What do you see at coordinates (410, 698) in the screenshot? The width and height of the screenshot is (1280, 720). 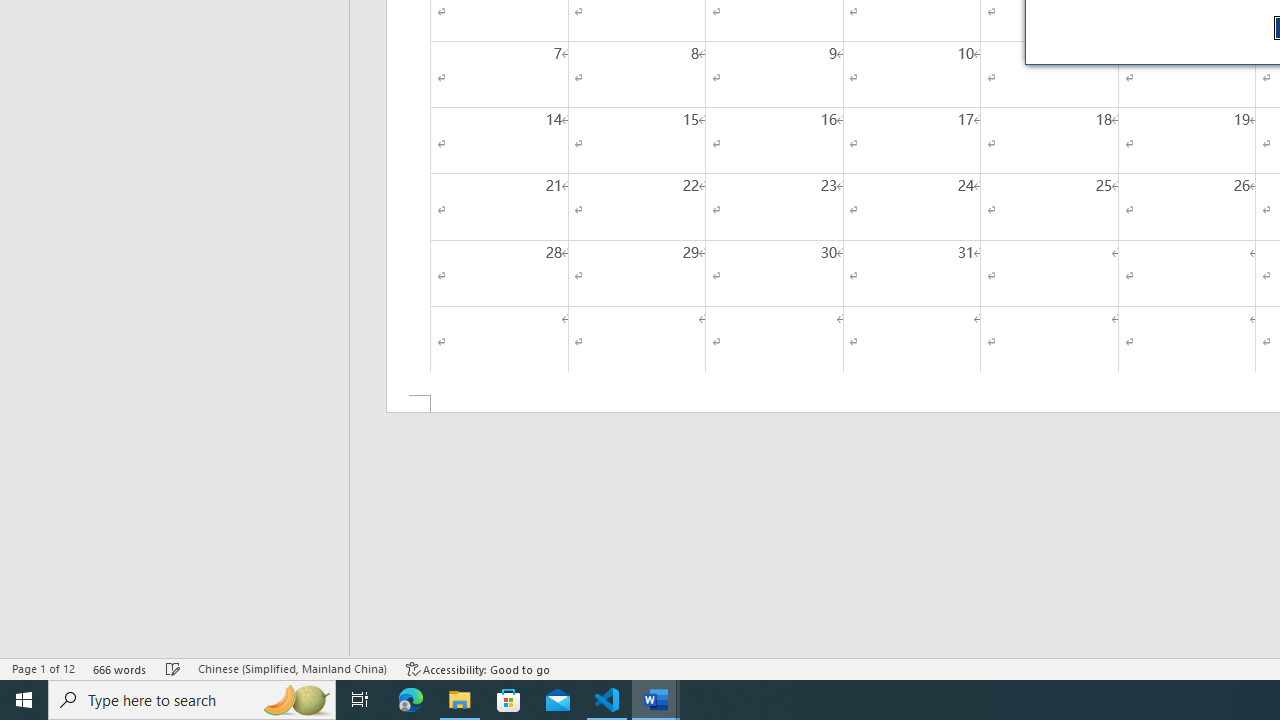 I see `'Microsoft Edge'` at bounding box center [410, 698].